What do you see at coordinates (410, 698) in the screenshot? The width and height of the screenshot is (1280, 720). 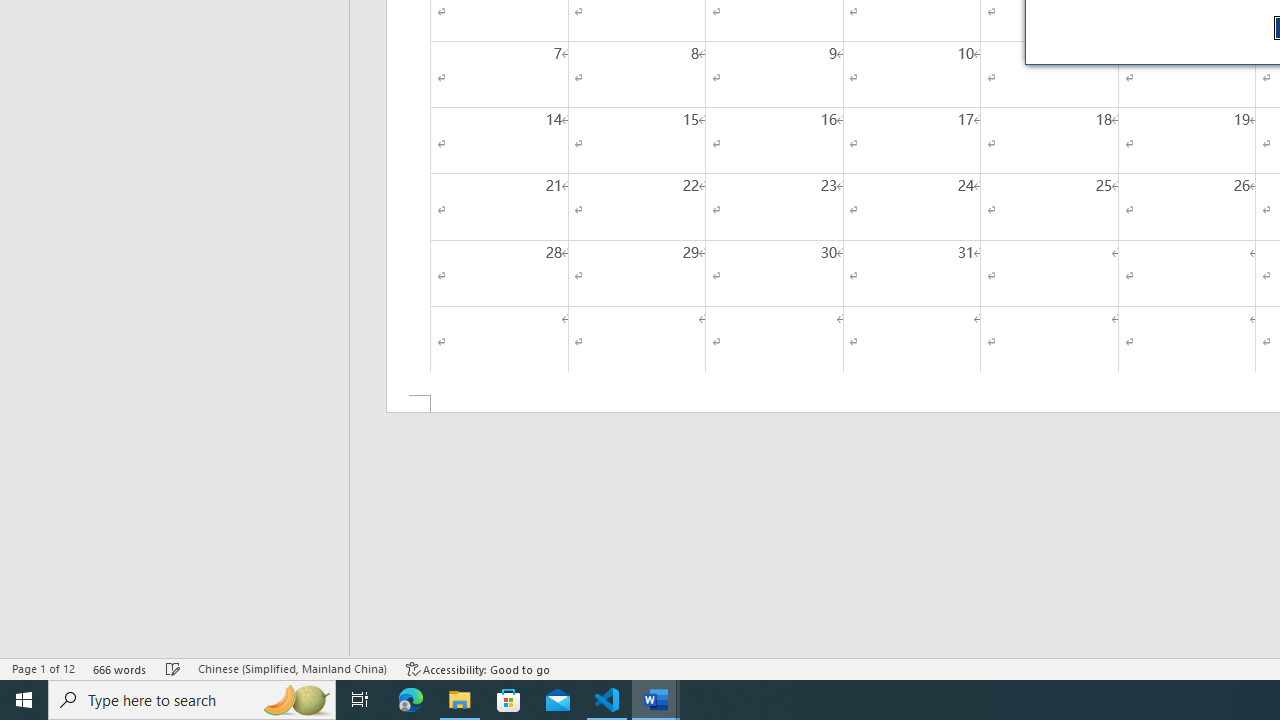 I see `'Microsoft Edge'` at bounding box center [410, 698].